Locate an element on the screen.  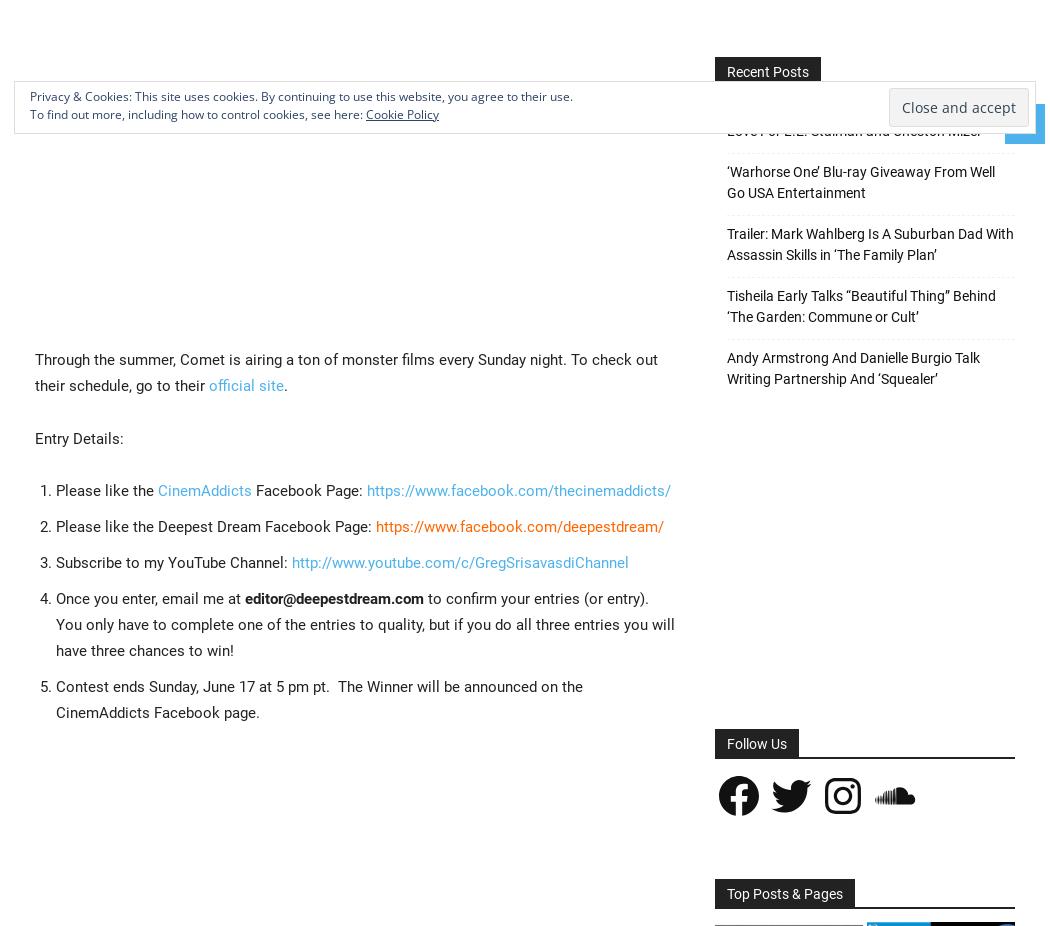
'To find out more, including how to control cookies, see here:' is located at coordinates (197, 113).